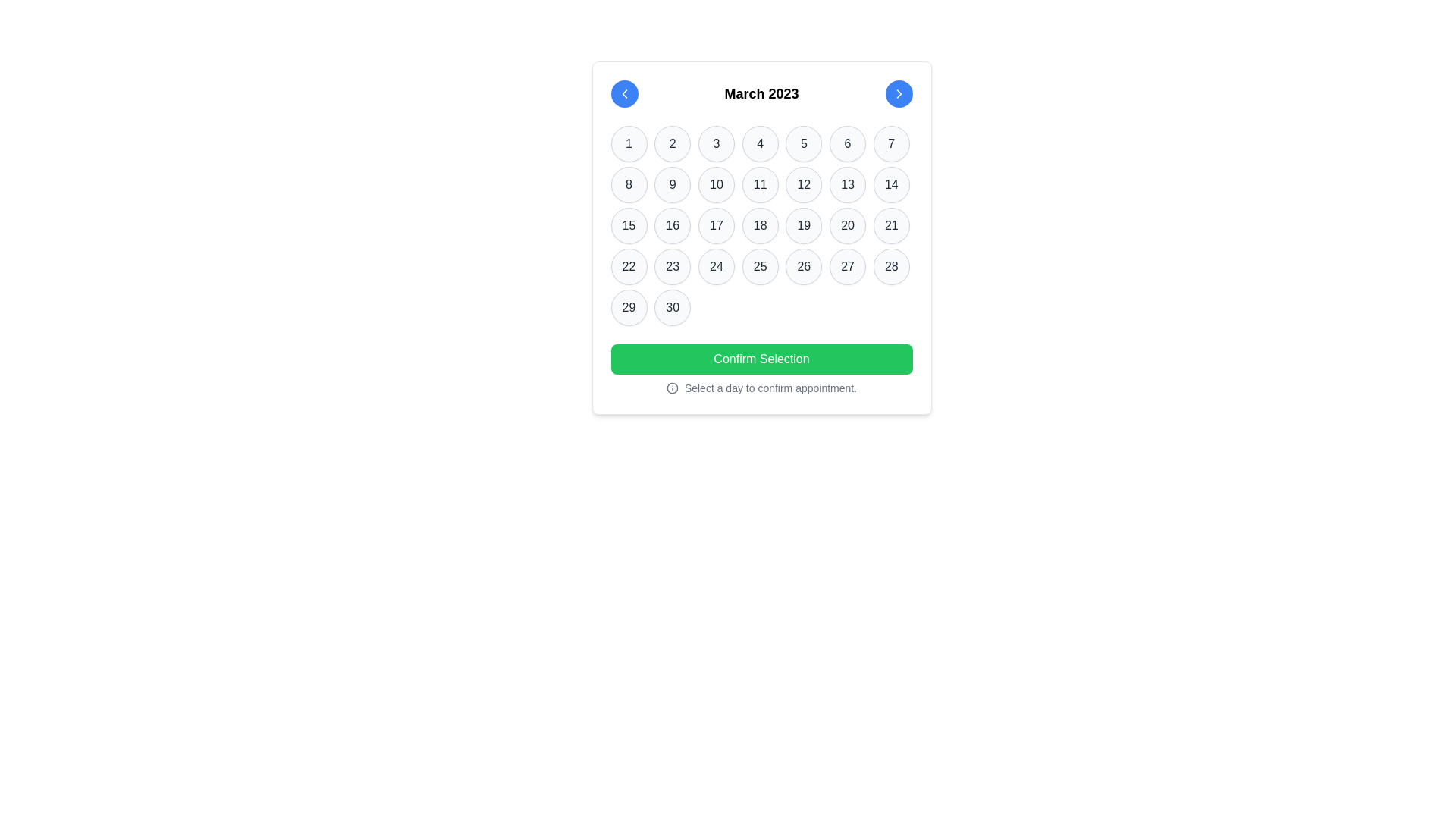 The image size is (1456, 819). I want to click on the 'next' button icon located in the top-right corner of the calendar interface, so click(899, 93).